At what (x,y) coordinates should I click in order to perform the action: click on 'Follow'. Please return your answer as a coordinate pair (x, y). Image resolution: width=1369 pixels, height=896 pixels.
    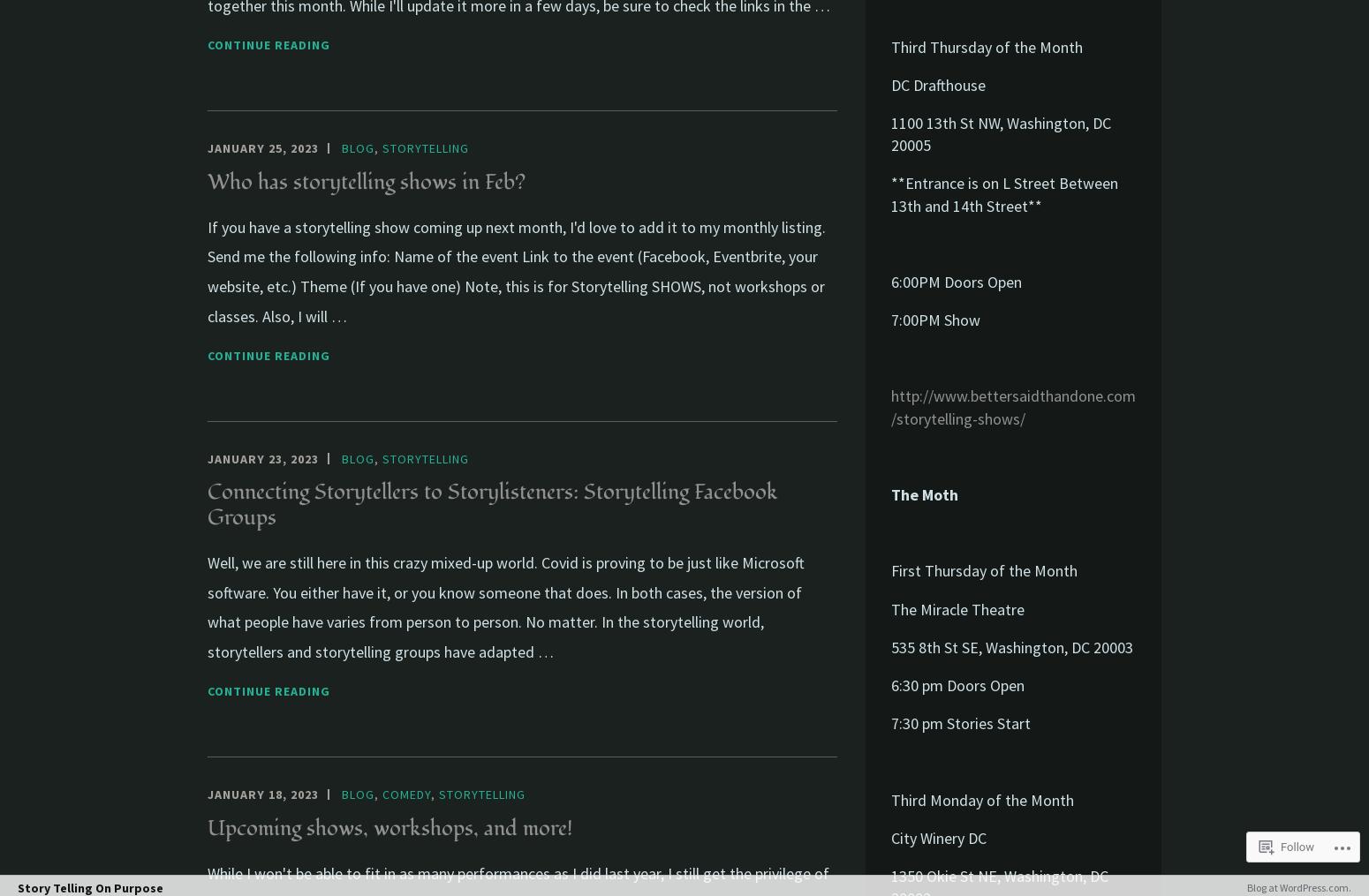
    Looking at the image, I should click on (1296, 845).